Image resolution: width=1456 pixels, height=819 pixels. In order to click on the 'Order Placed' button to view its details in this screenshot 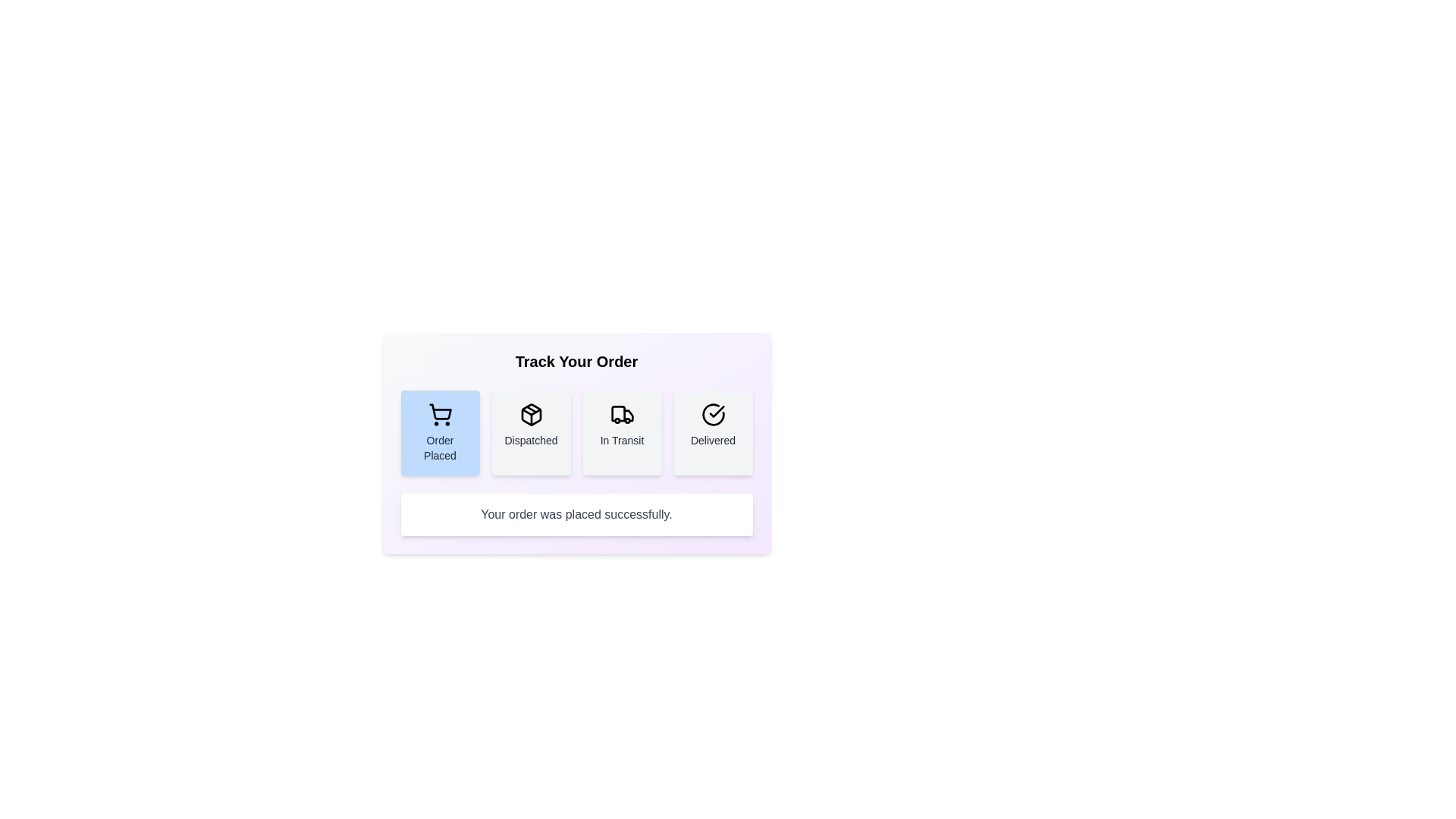, I will do `click(439, 432)`.